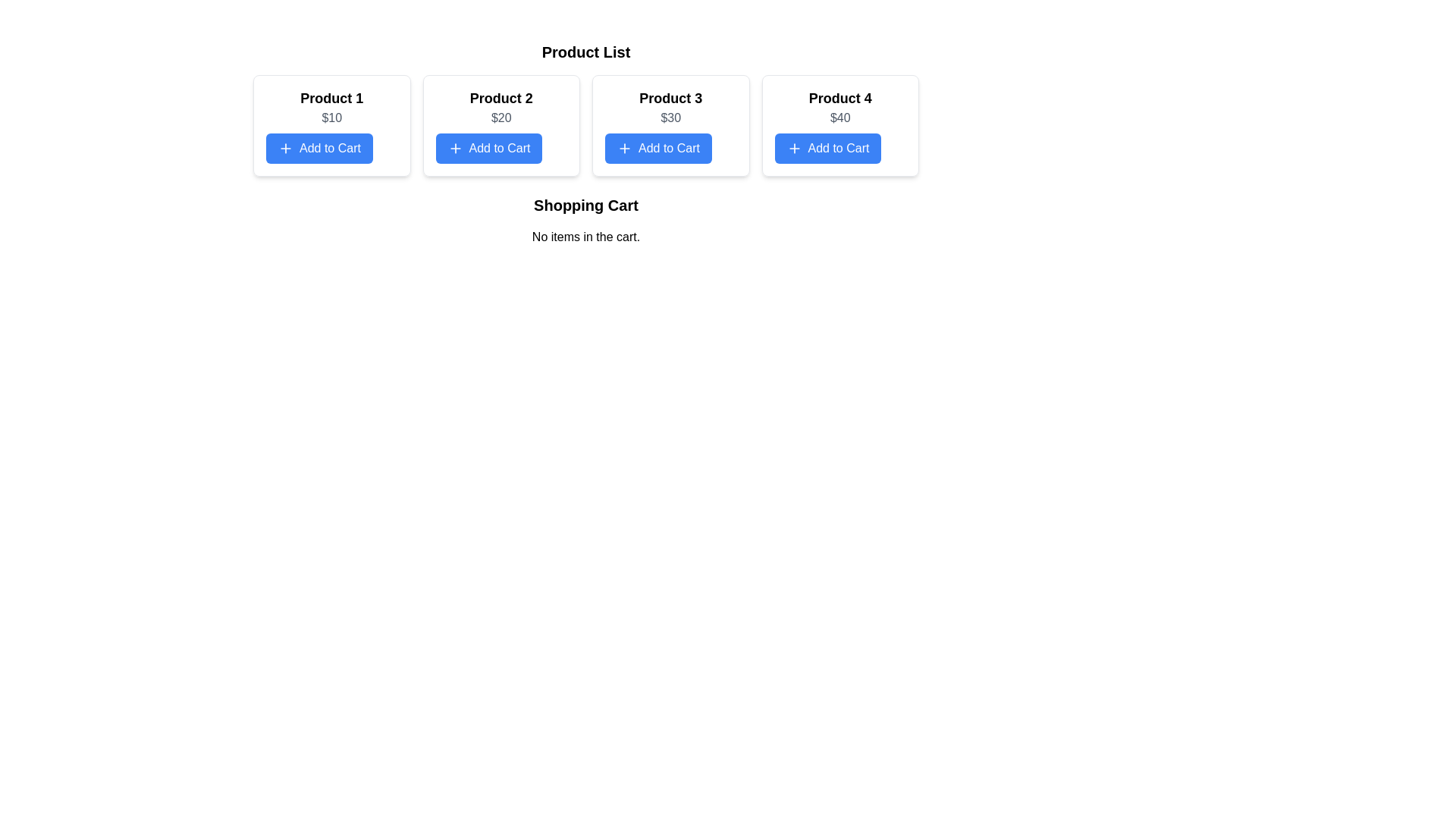  Describe the element at coordinates (454, 149) in the screenshot. I see `the small blue circular button with a white plus sign ('+') in its center, located to the left of the 'Add to Cart' text in the second product's button` at that location.